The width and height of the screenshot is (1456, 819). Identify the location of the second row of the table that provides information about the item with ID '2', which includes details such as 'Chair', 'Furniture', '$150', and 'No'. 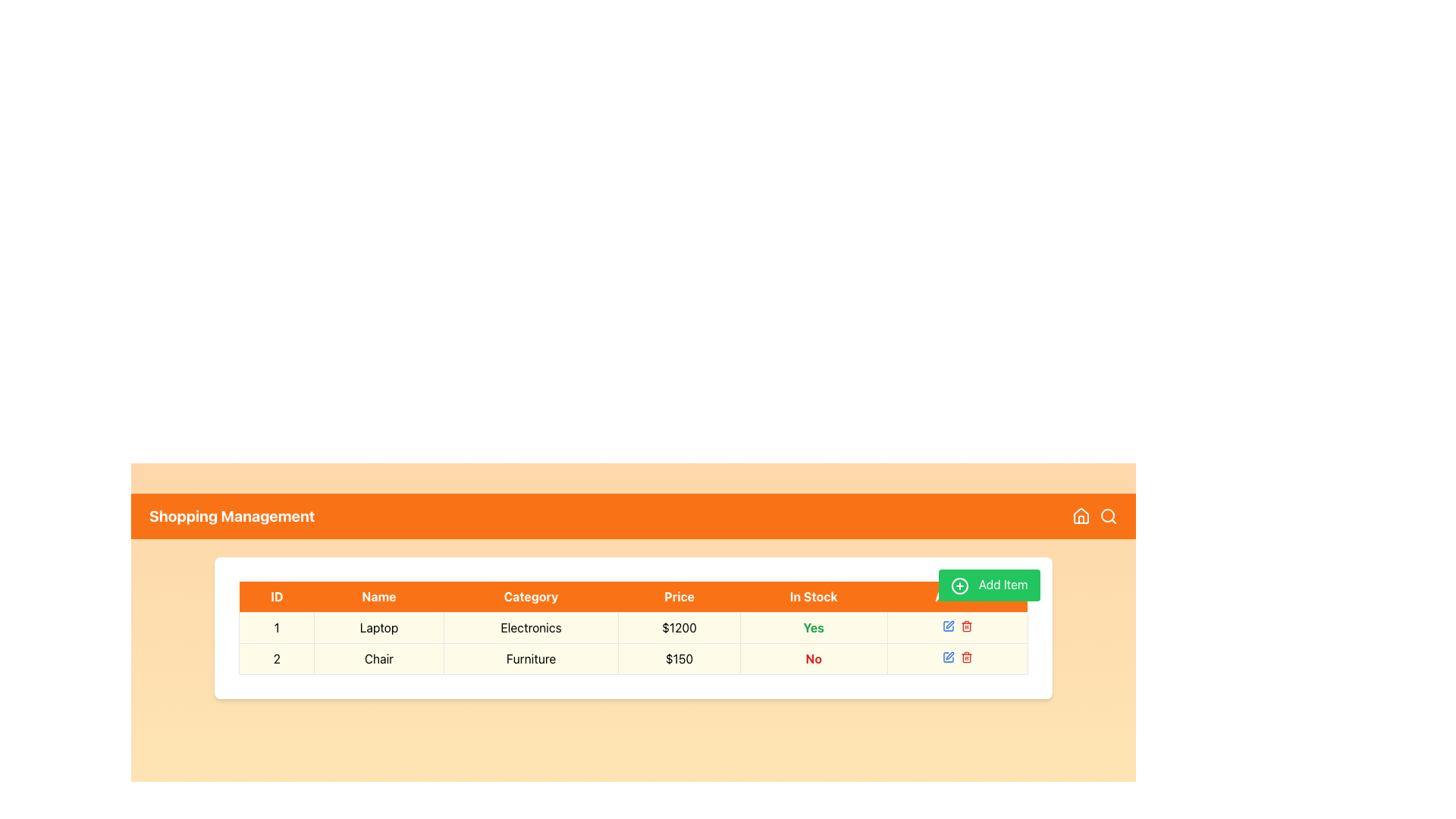
(633, 657).